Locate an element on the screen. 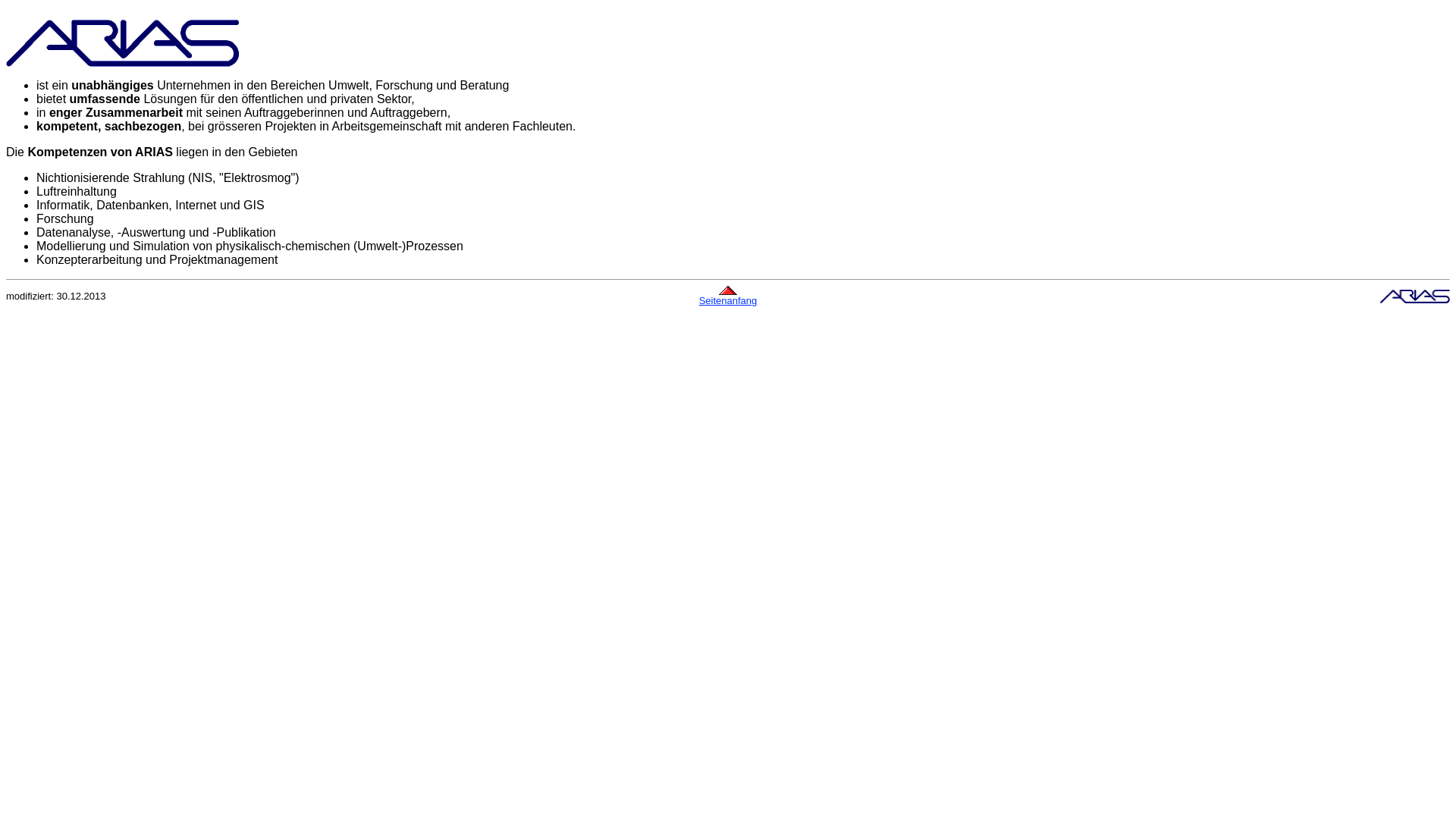  'Seitenanfang' is located at coordinates (728, 300).